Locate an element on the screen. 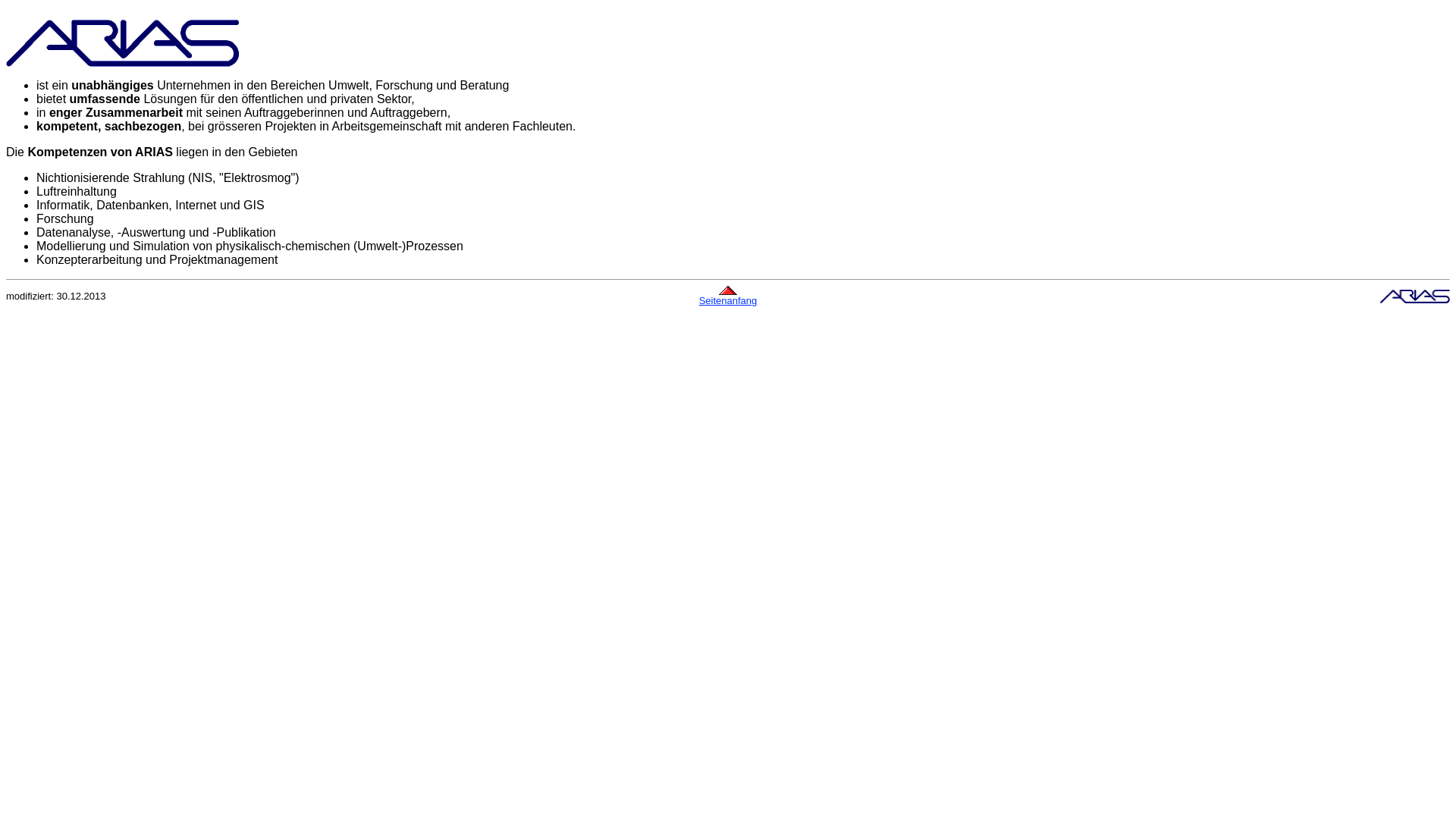  'Seitenanfang' is located at coordinates (728, 300).